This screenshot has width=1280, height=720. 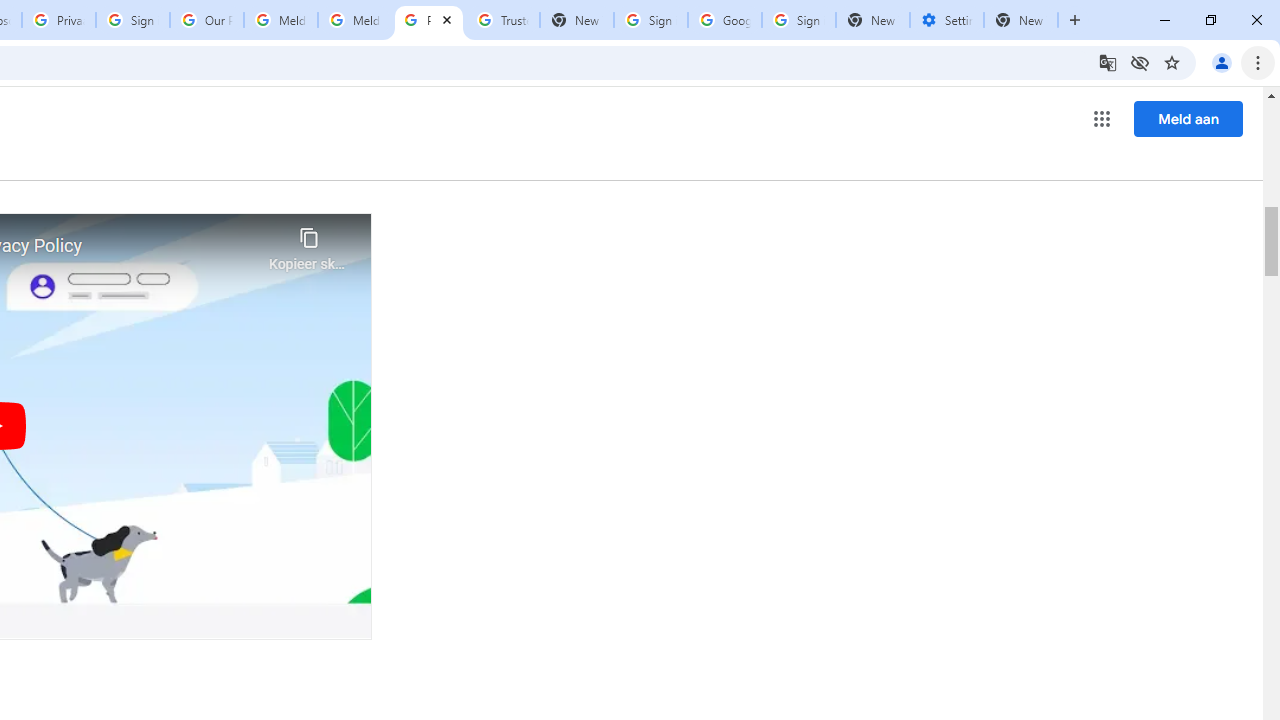 I want to click on 'Kopieer skakel', so click(x=308, y=243).